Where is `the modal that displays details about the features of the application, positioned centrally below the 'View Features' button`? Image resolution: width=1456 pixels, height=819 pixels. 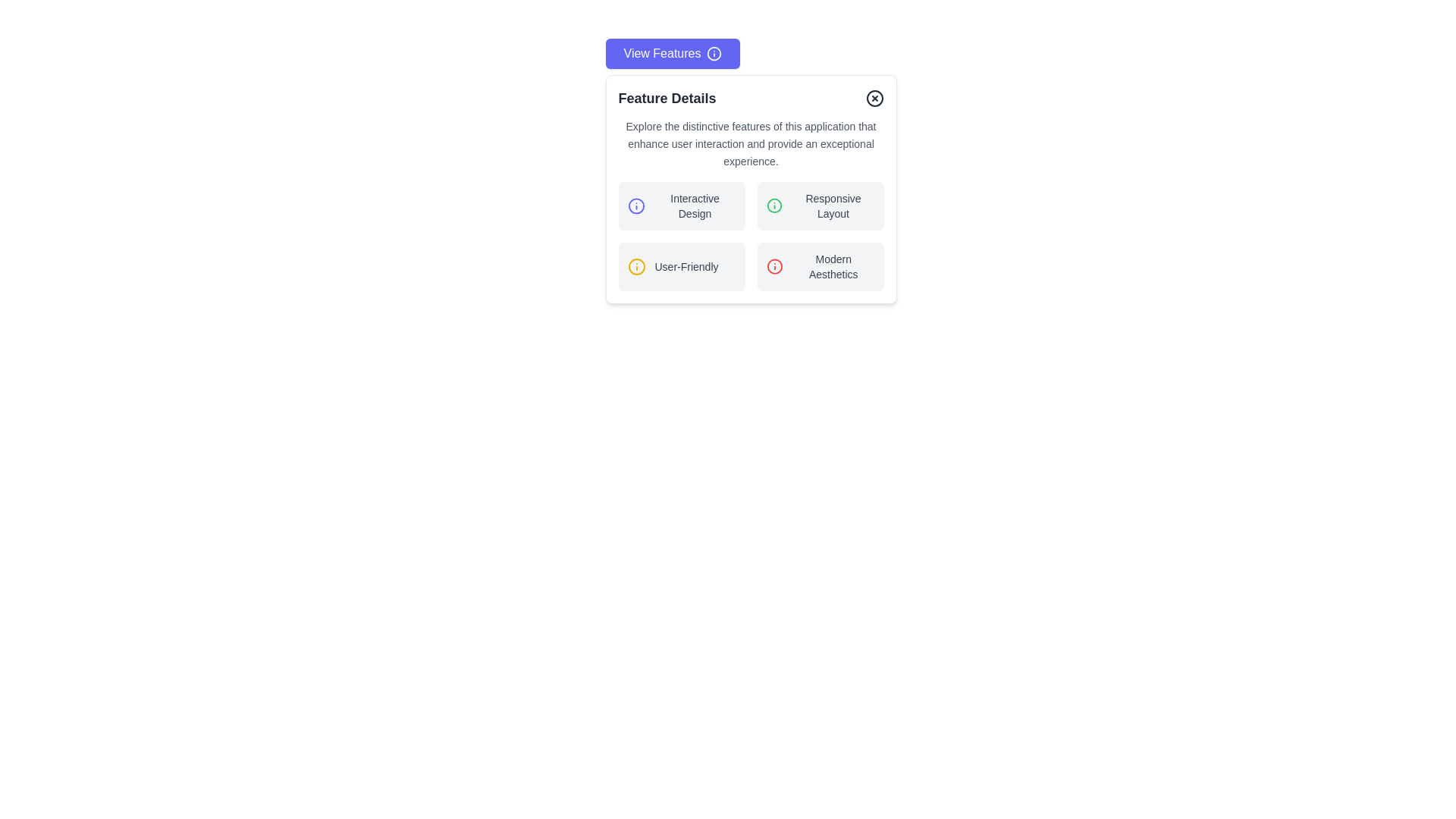 the modal that displays details about the features of the application, positioned centrally below the 'View Features' button is located at coordinates (751, 189).